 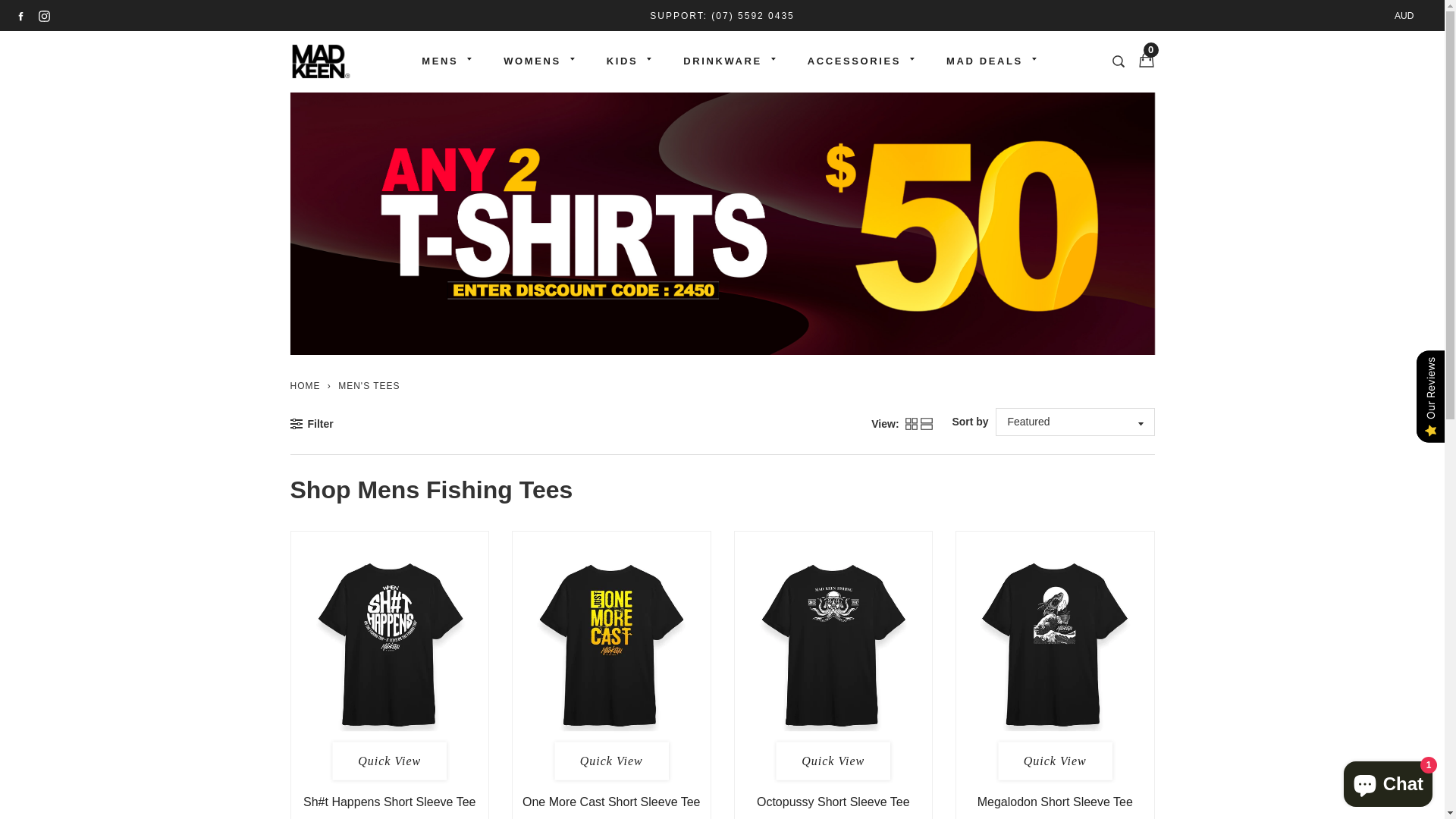 I want to click on 'MAD DEALS', so click(x=984, y=61).